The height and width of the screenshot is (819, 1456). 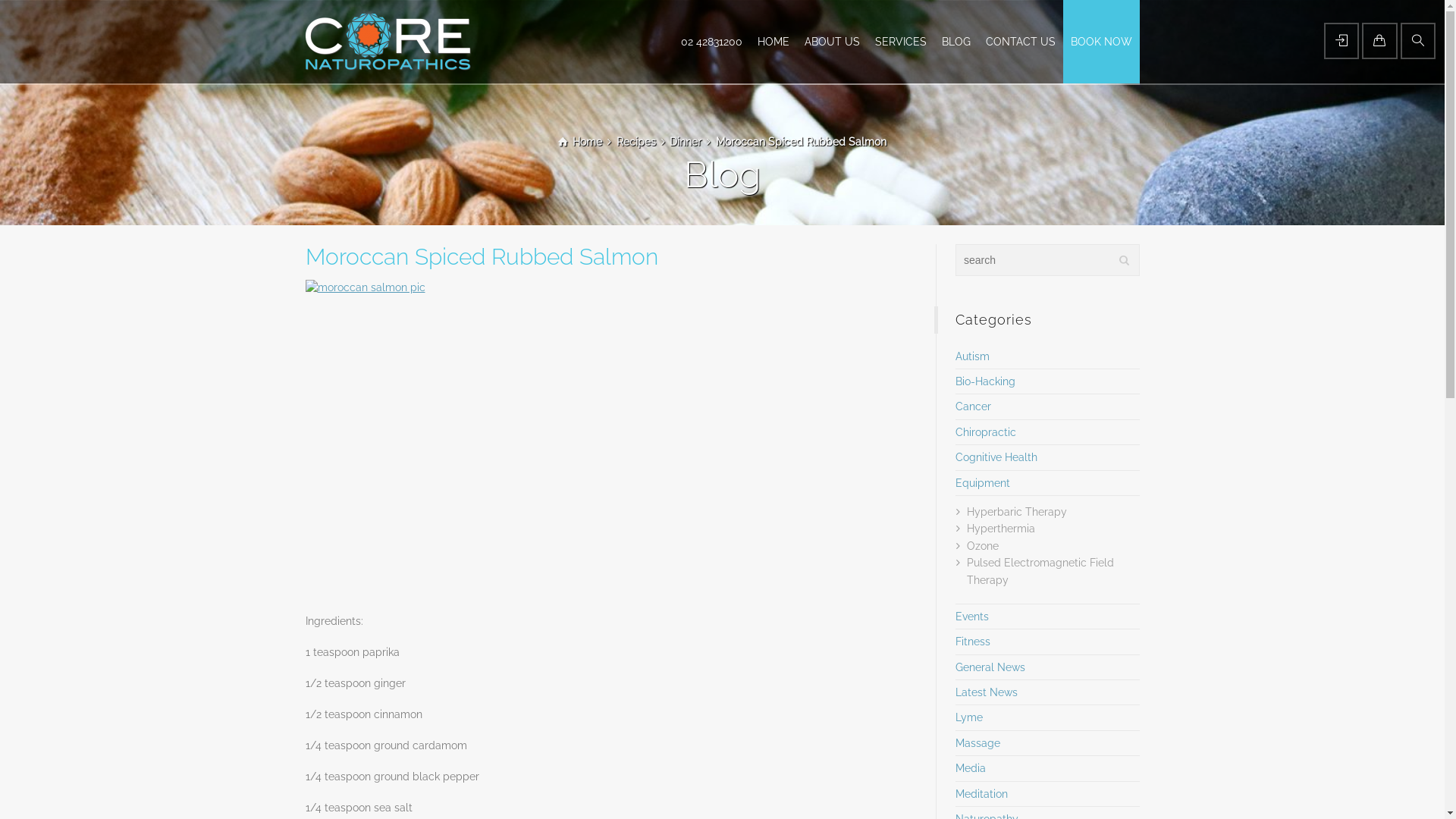 What do you see at coordinates (971, 617) in the screenshot?
I see `'Events'` at bounding box center [971, 617].